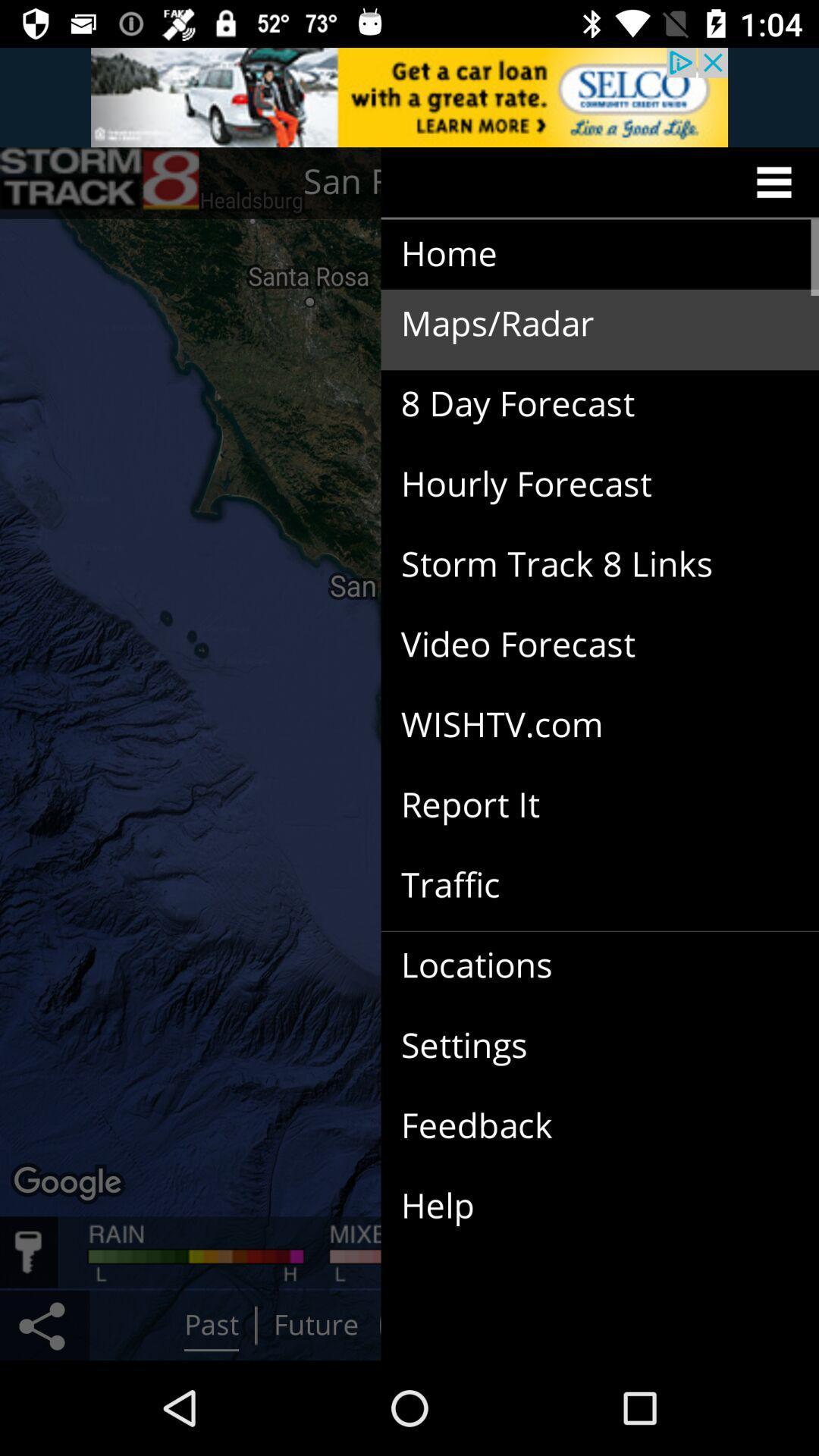 The image size is (819, 1456). Describe the element at coordinates (44, 1324) in the screenshot. I see `the share icon` at that location.